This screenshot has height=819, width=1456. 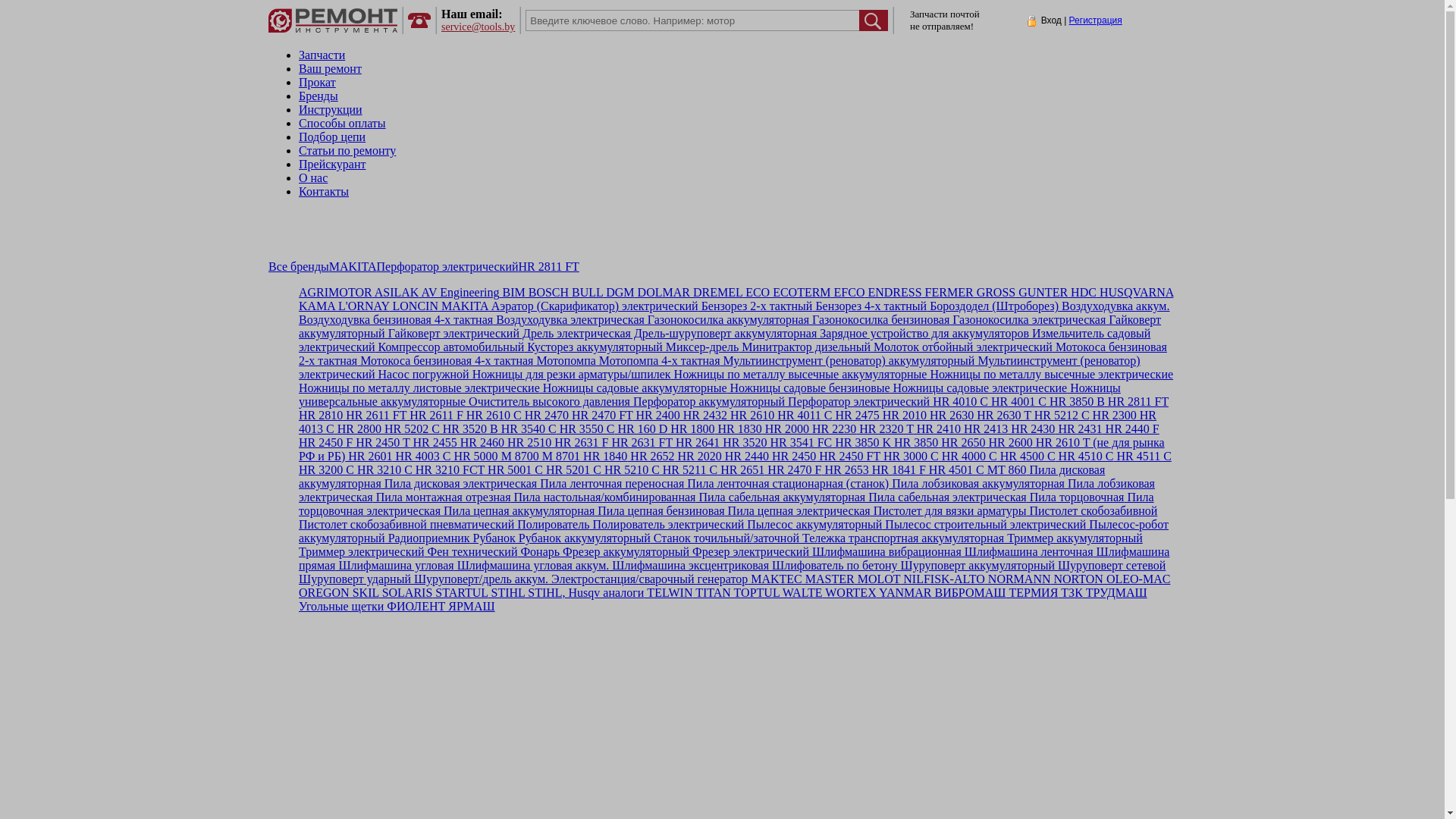 What do you see at coordinates (904, 591) in the screenshot?
I see `'YANMAR'` at bounding box center [904, 591].